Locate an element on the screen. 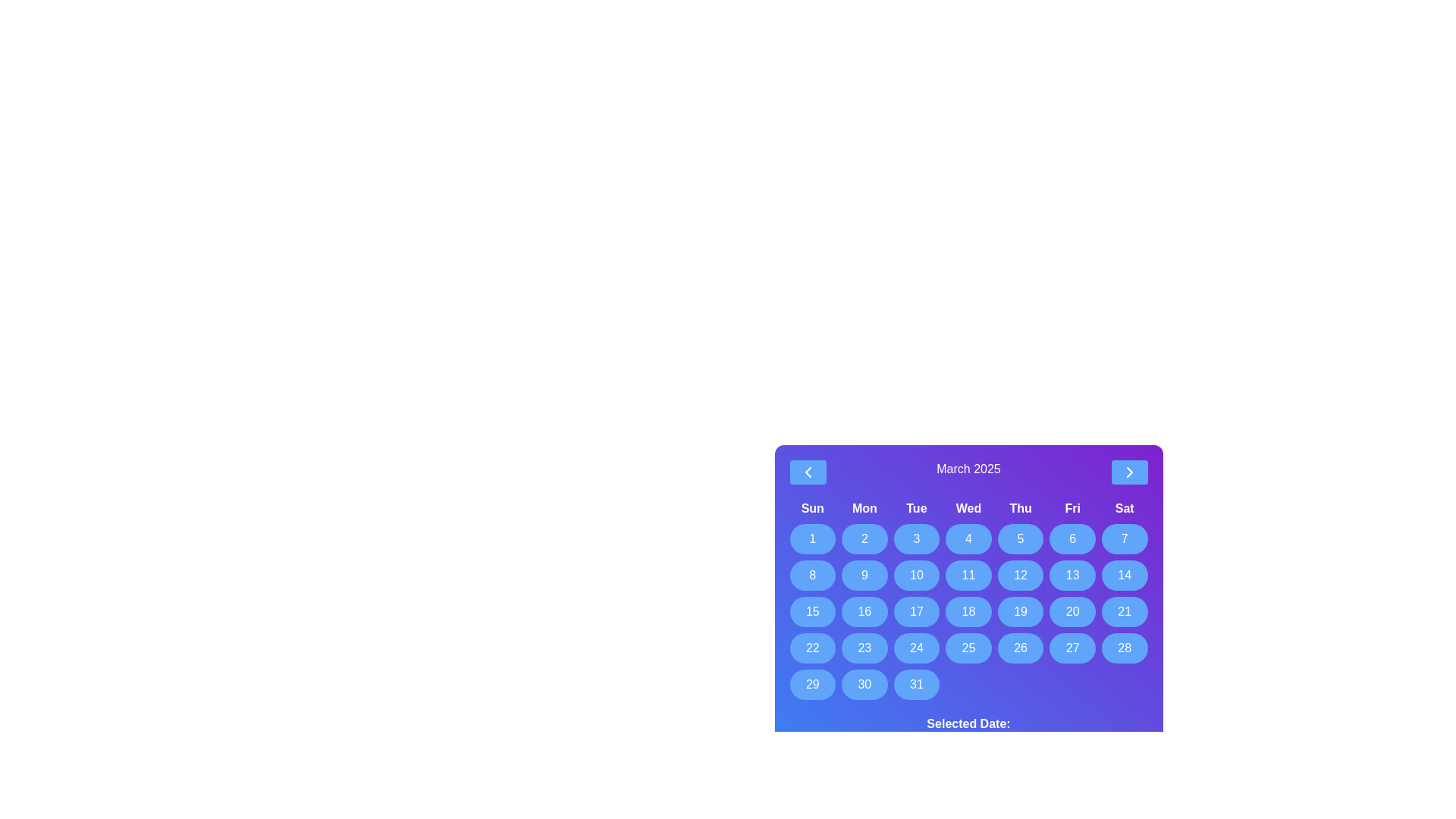 The height and width of the screenshot is (819, 1456). the button representing the 24th day in the calendar grid under the 'Tue' header is located at coordinates (915, 648).